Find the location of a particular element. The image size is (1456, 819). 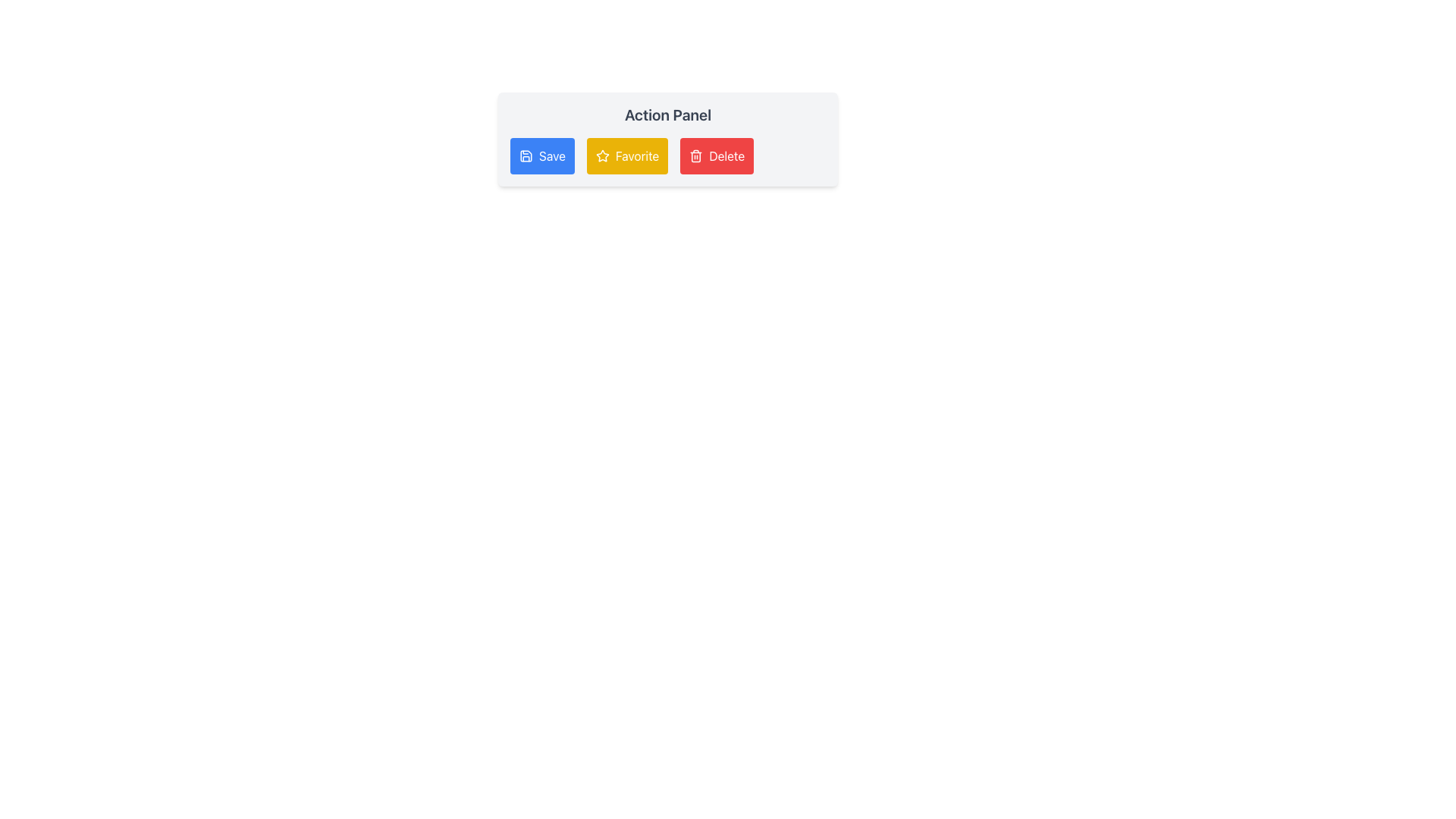

the 'Action Panel' label, which is a large, bold, gray text component located at the top of a card layout, above the buttons labeled 'Save', 'Favorite', and 'Delete' is located at coordinates (667, 114).